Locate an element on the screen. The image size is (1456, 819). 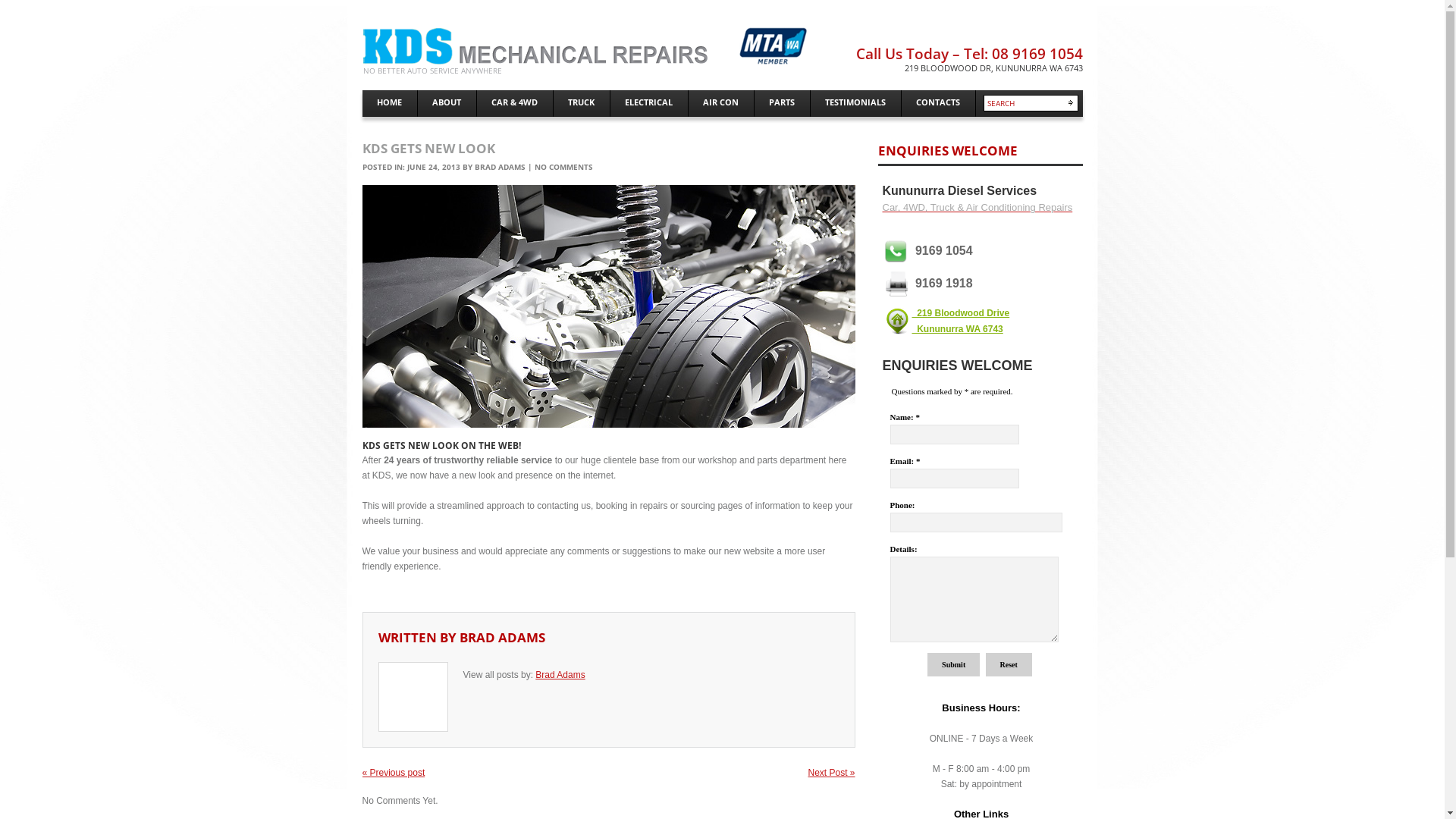
'CONTACTS' is located at coordinates (937, 102).